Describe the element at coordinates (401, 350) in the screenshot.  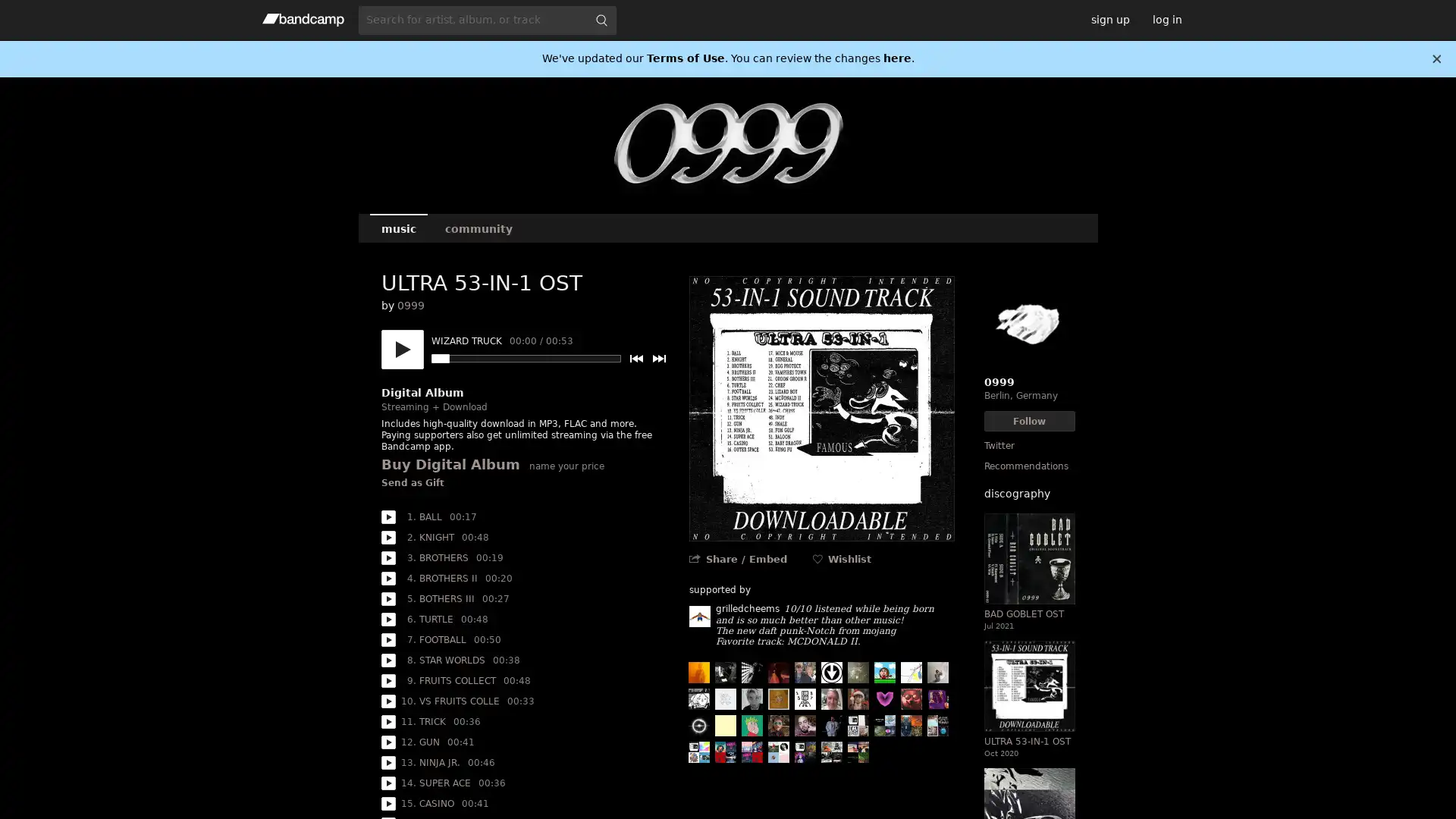
I see `Play/pause` at that location.